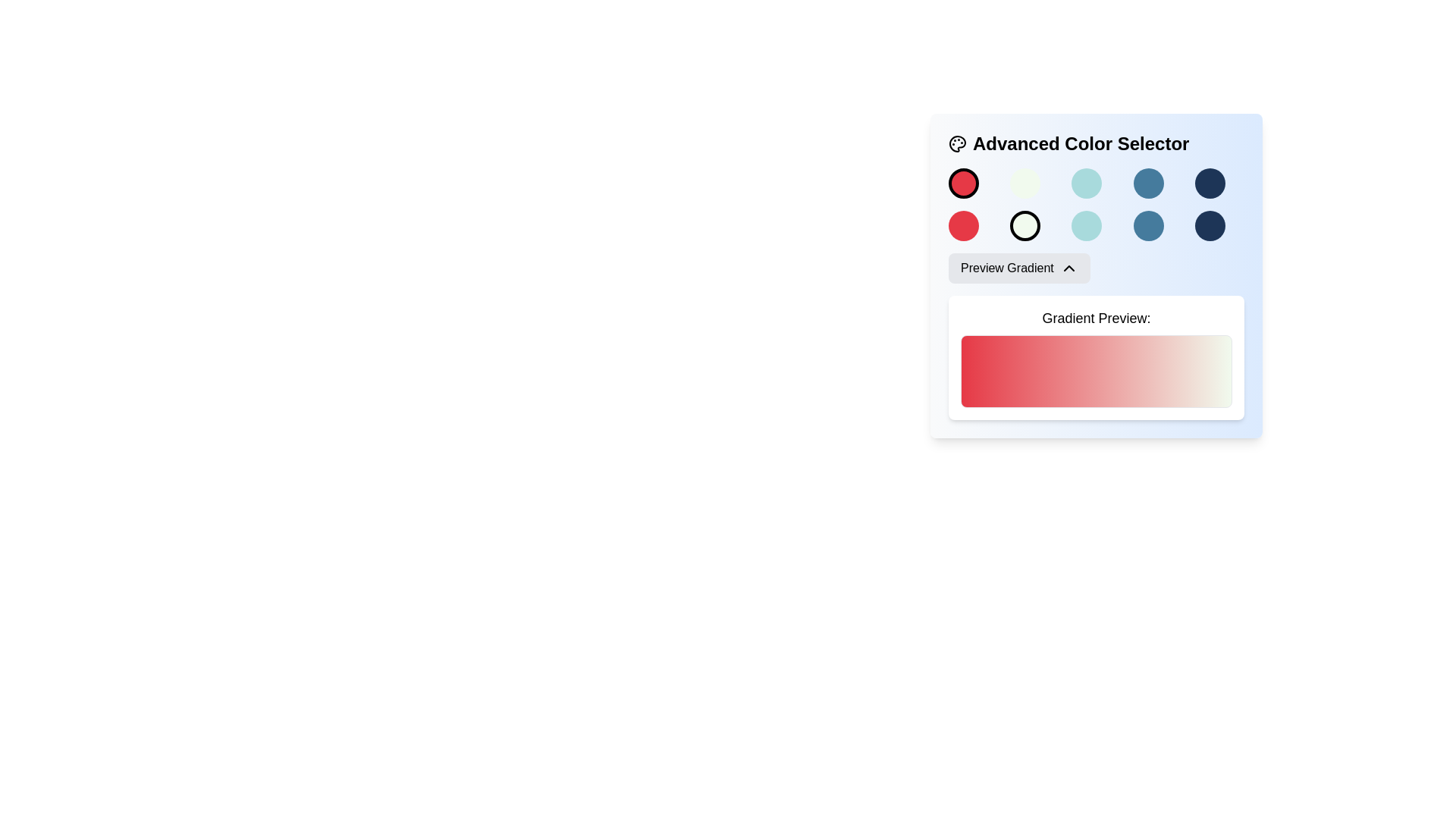 Image resolution: width=1456 pixels, height=819 pixels. I want to click on the palette icon with a circular shape and small circles inside, located to the left of the 'Advanced Color Selector' text, so click(956, 143).